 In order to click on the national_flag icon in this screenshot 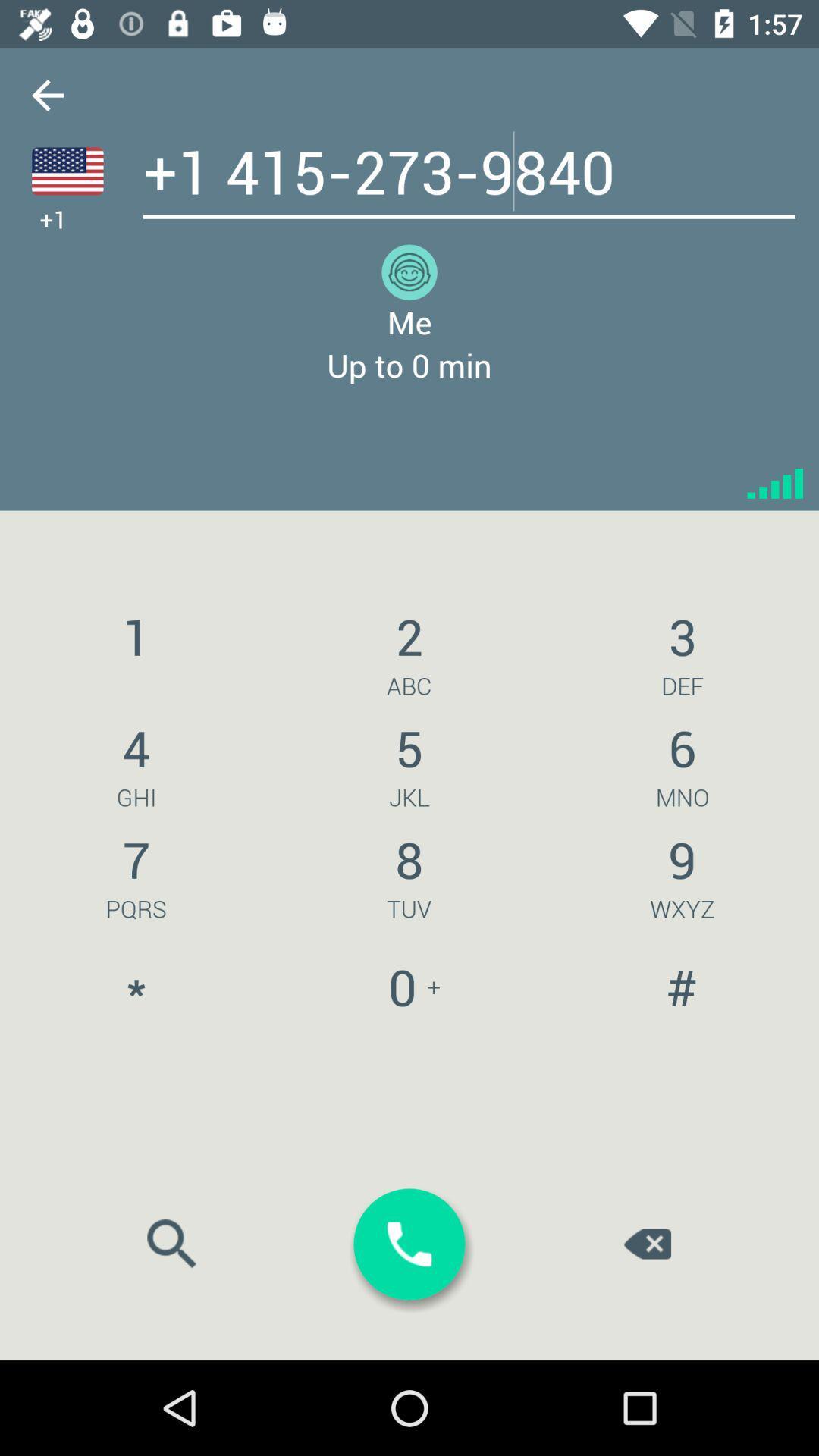, I will do `click(67, 171)`.